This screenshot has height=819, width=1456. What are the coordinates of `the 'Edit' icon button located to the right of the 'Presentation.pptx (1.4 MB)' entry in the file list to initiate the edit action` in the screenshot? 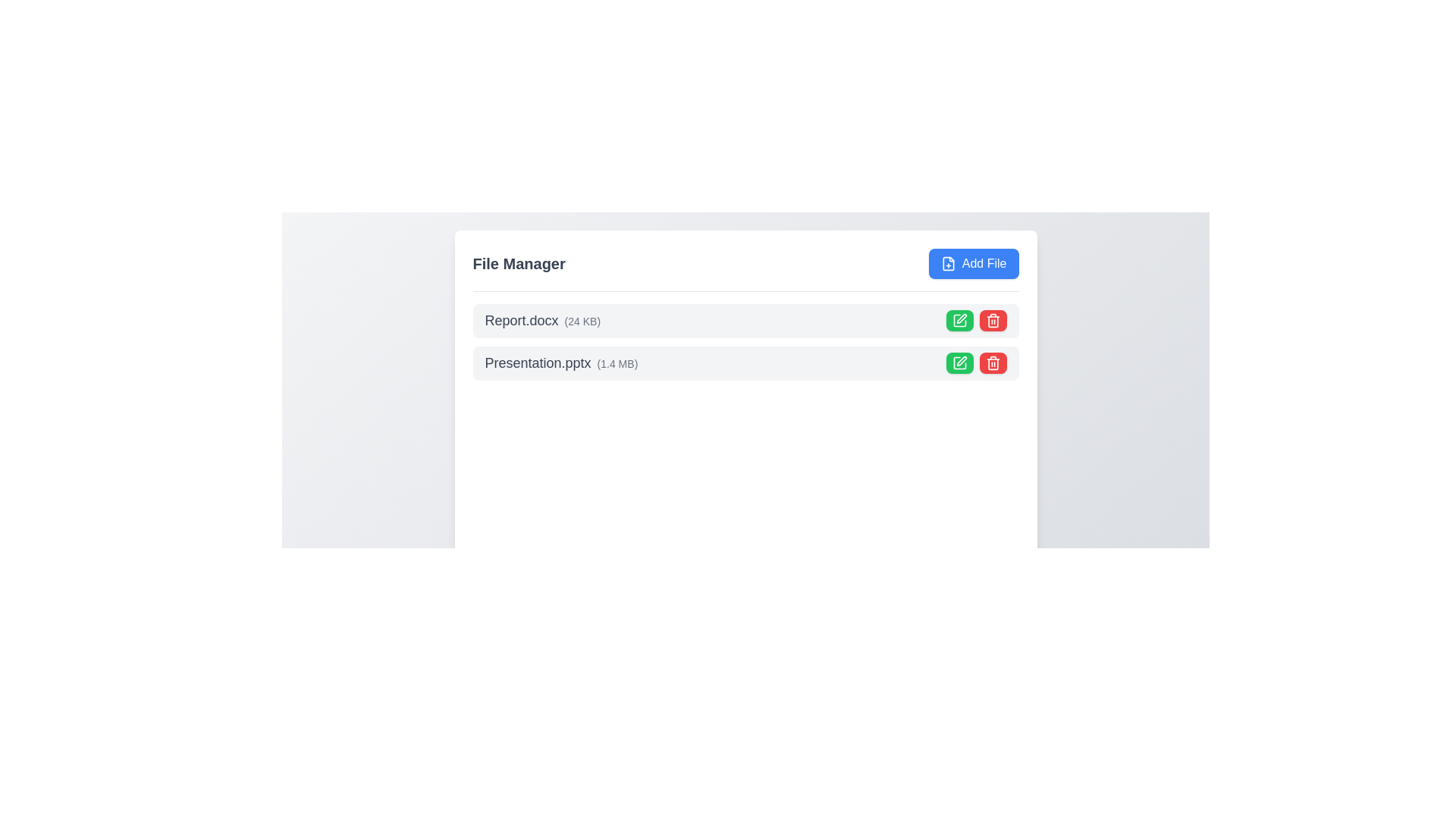 It's located at (959, 320).